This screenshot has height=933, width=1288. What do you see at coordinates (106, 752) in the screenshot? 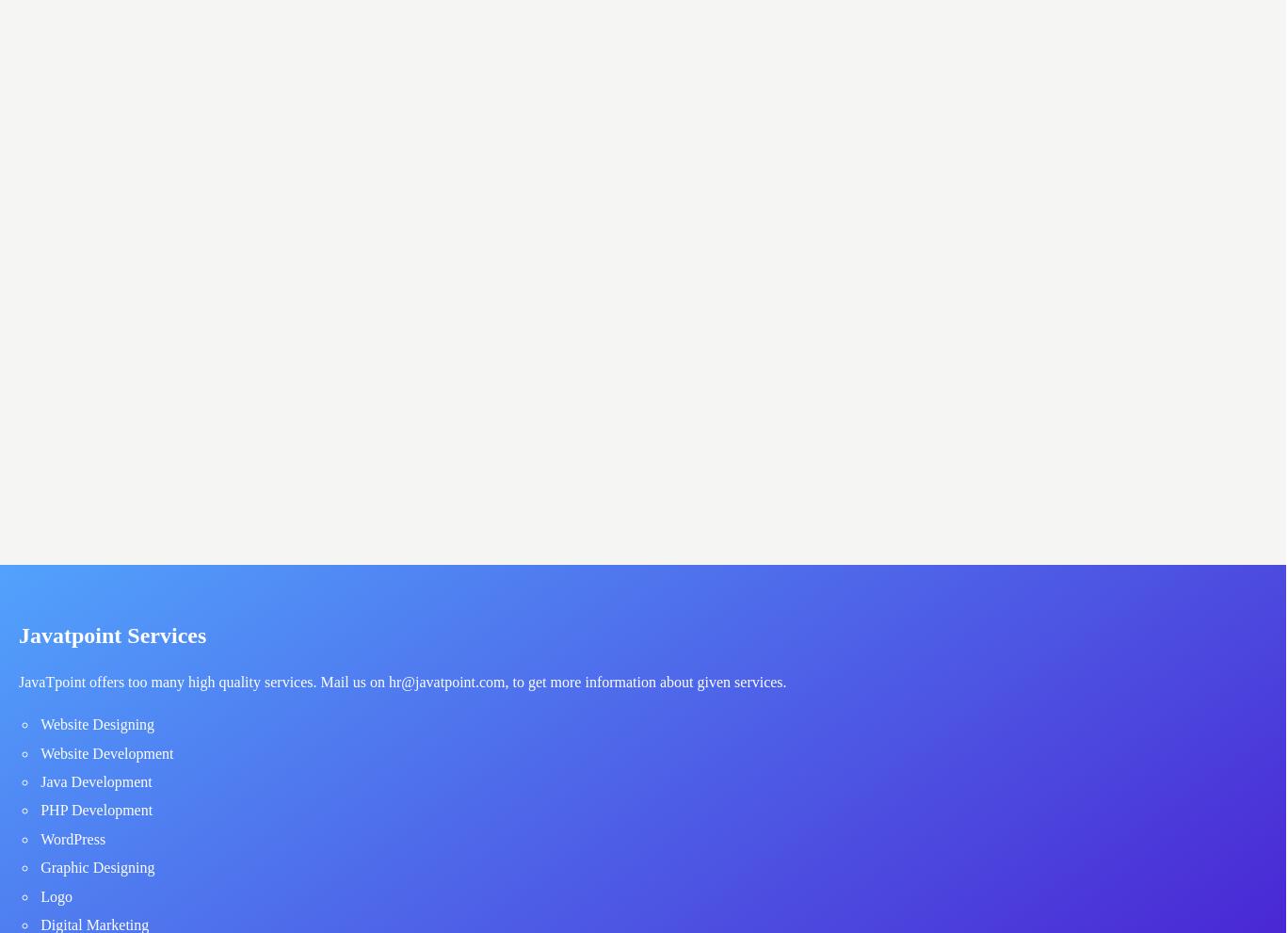
I see `'Website Development'` at bounding box center [106, 752].